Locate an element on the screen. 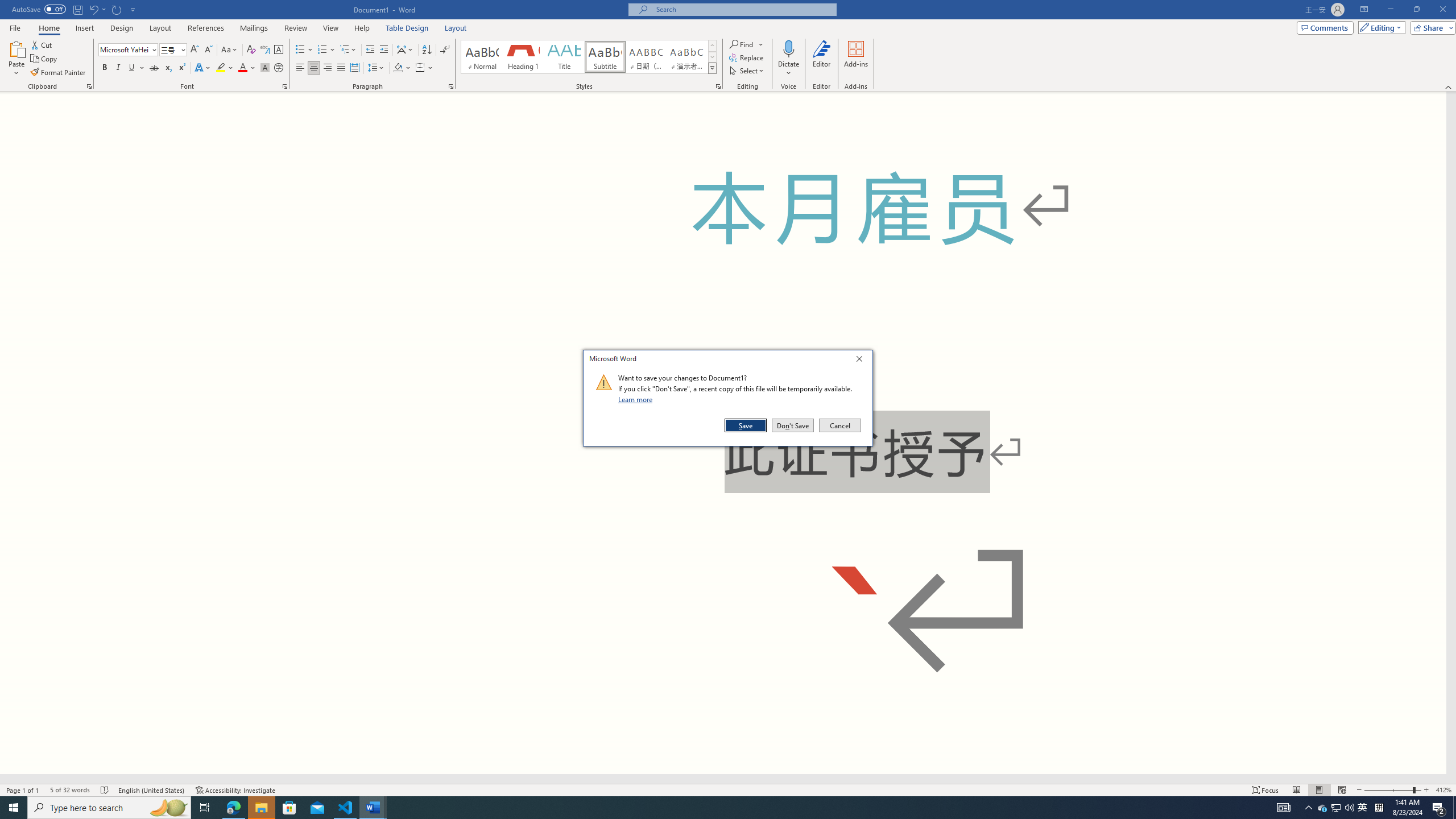 This screenshot has height=819, width=1456. 'Shading RGB(0, 0, 0)' is located at coordinates (398, 67).